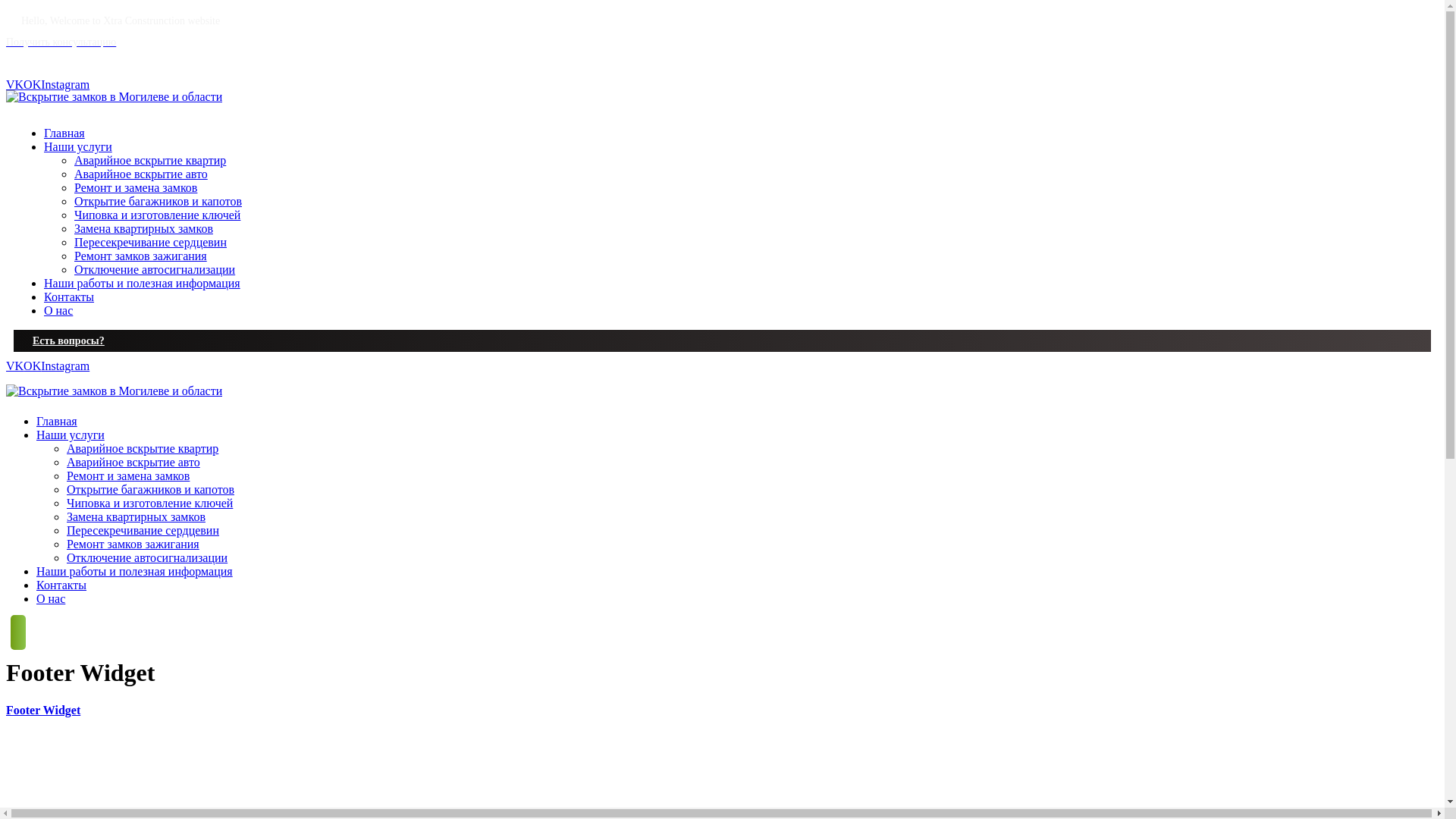 The height and width of the screenshot is (819, 1456). What do you see at coordinates (14, 84) in the screenshot?
I see `'VK'` at bounding box center [14, 84].